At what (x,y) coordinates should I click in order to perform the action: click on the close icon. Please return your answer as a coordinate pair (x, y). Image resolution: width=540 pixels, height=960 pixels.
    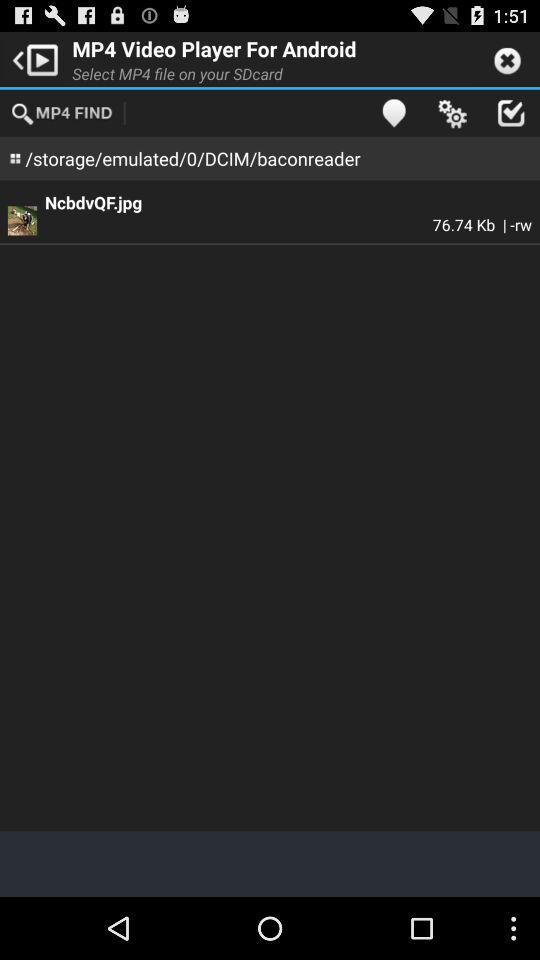
    Looking at the image, I should click on (507, 62).